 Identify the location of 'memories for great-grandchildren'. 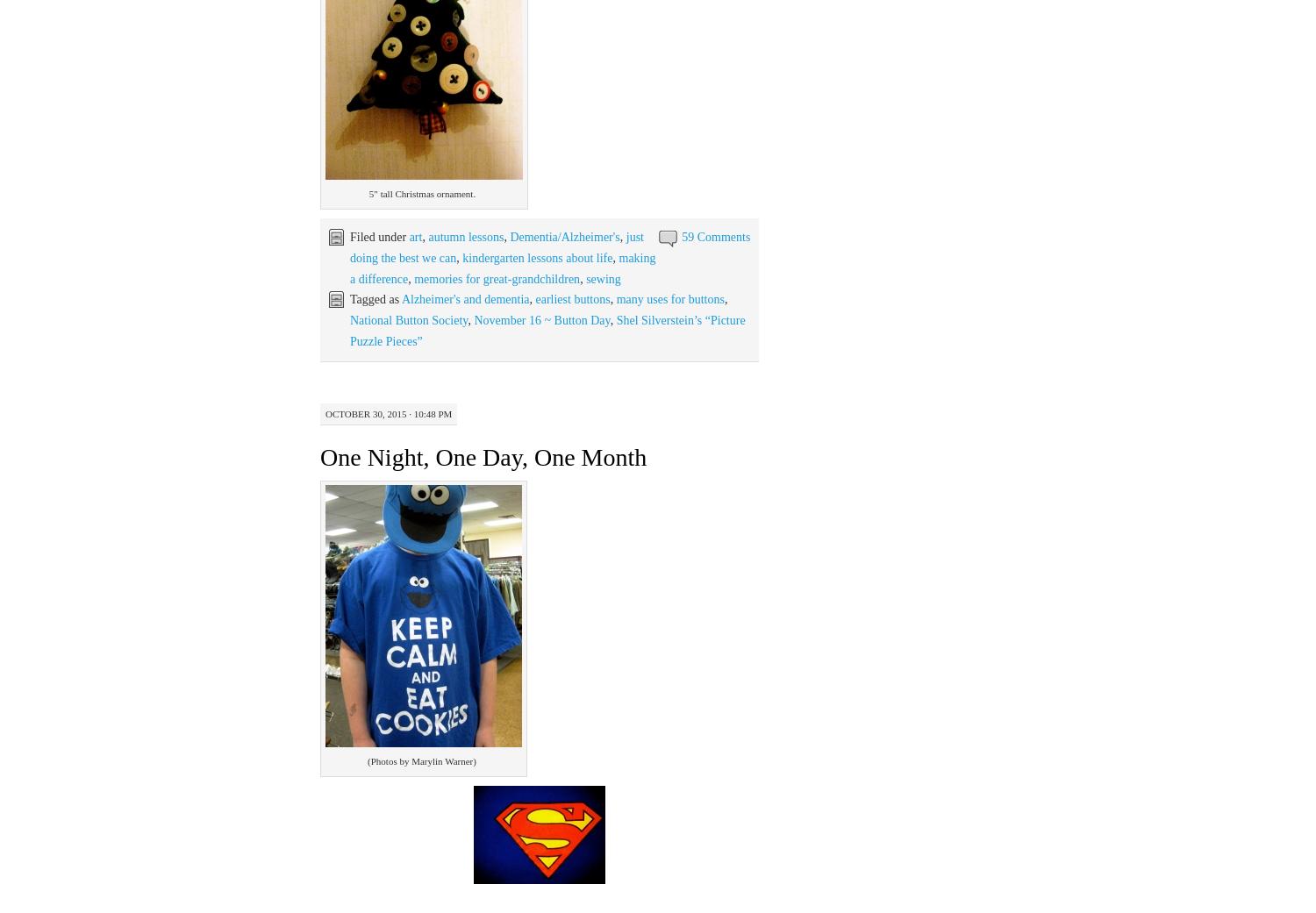
(496, 278).